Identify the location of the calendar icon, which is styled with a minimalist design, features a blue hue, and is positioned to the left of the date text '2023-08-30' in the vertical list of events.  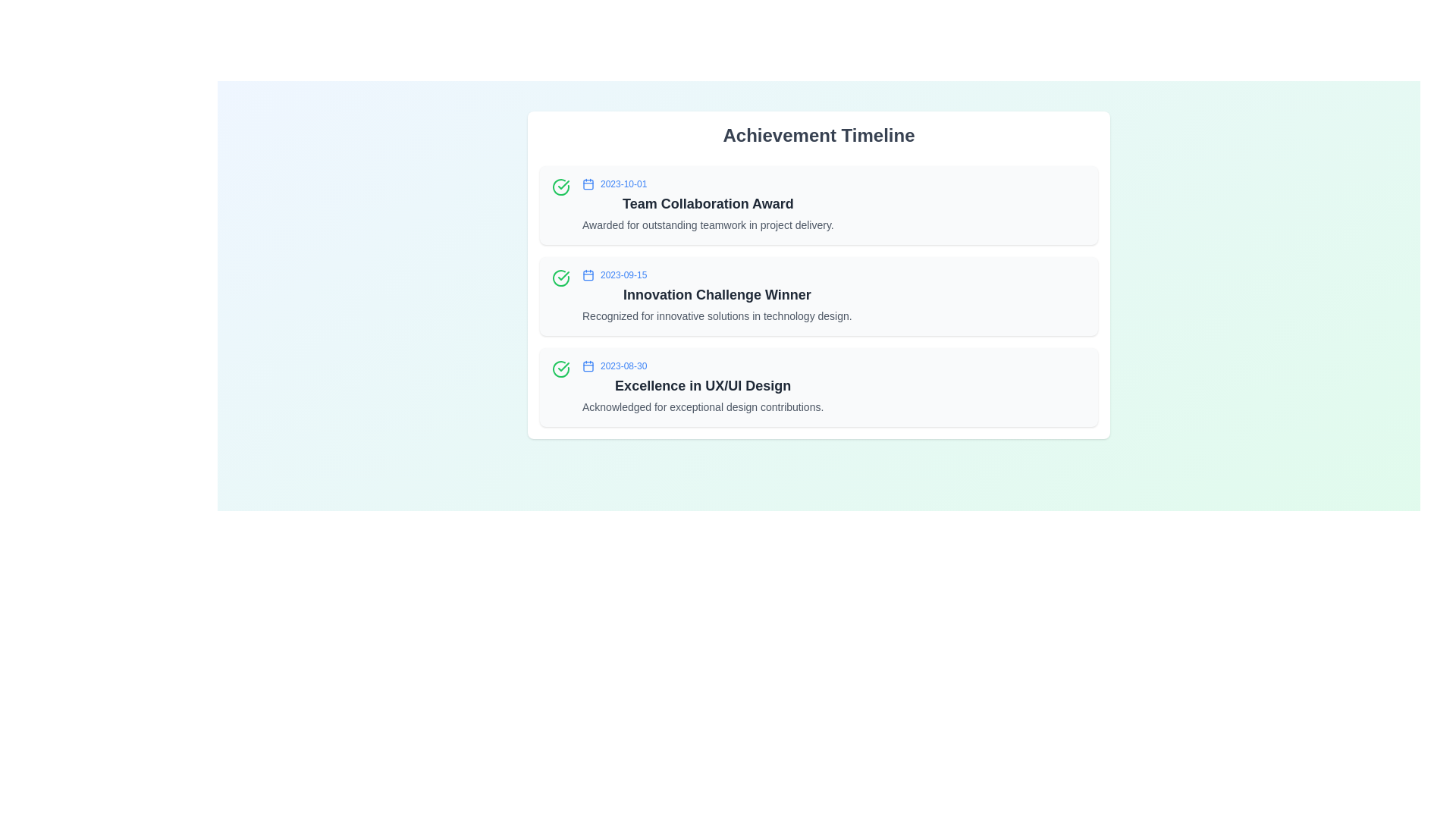
(588, 366).